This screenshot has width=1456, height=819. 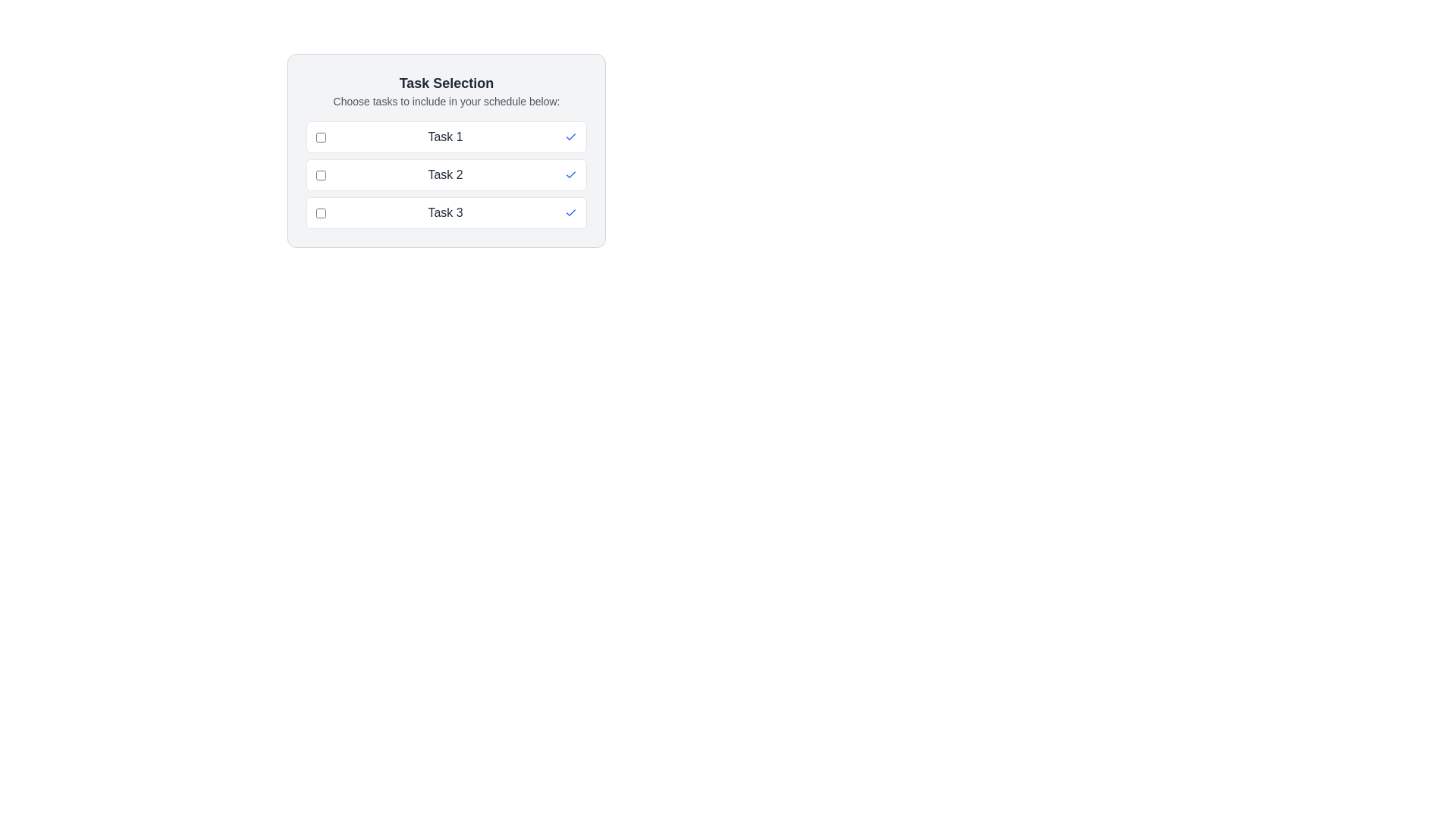 I want to click on the status indicator icon for 'Task 1' to recognize whether the task has been selected or completed, so click(x=570, y=137).